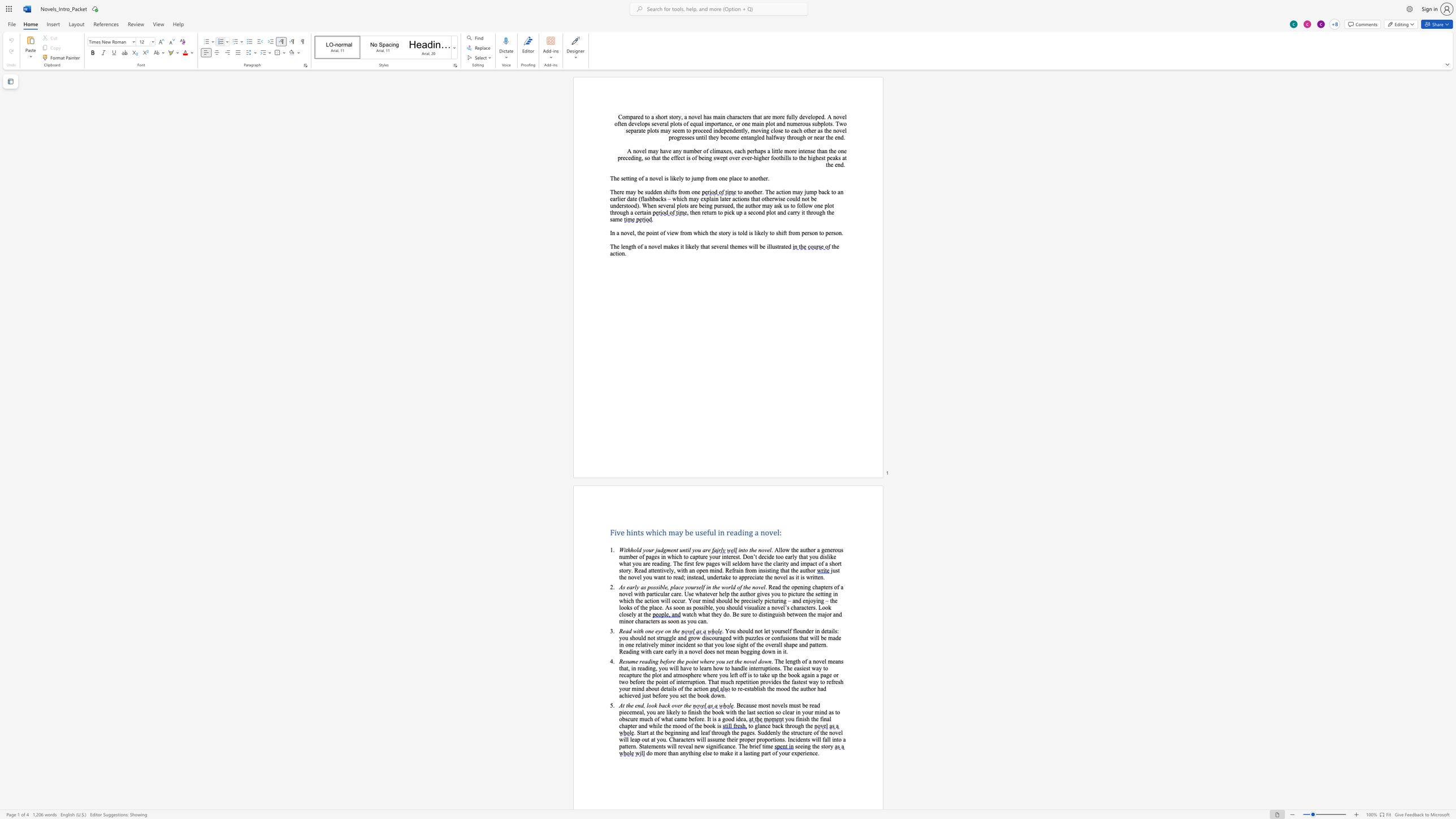  What do you see at coordinates (697, 688) in the screenshot?
I see `the space between the continuous character "c" and "t" in the text` at bounding box center [697, 688].